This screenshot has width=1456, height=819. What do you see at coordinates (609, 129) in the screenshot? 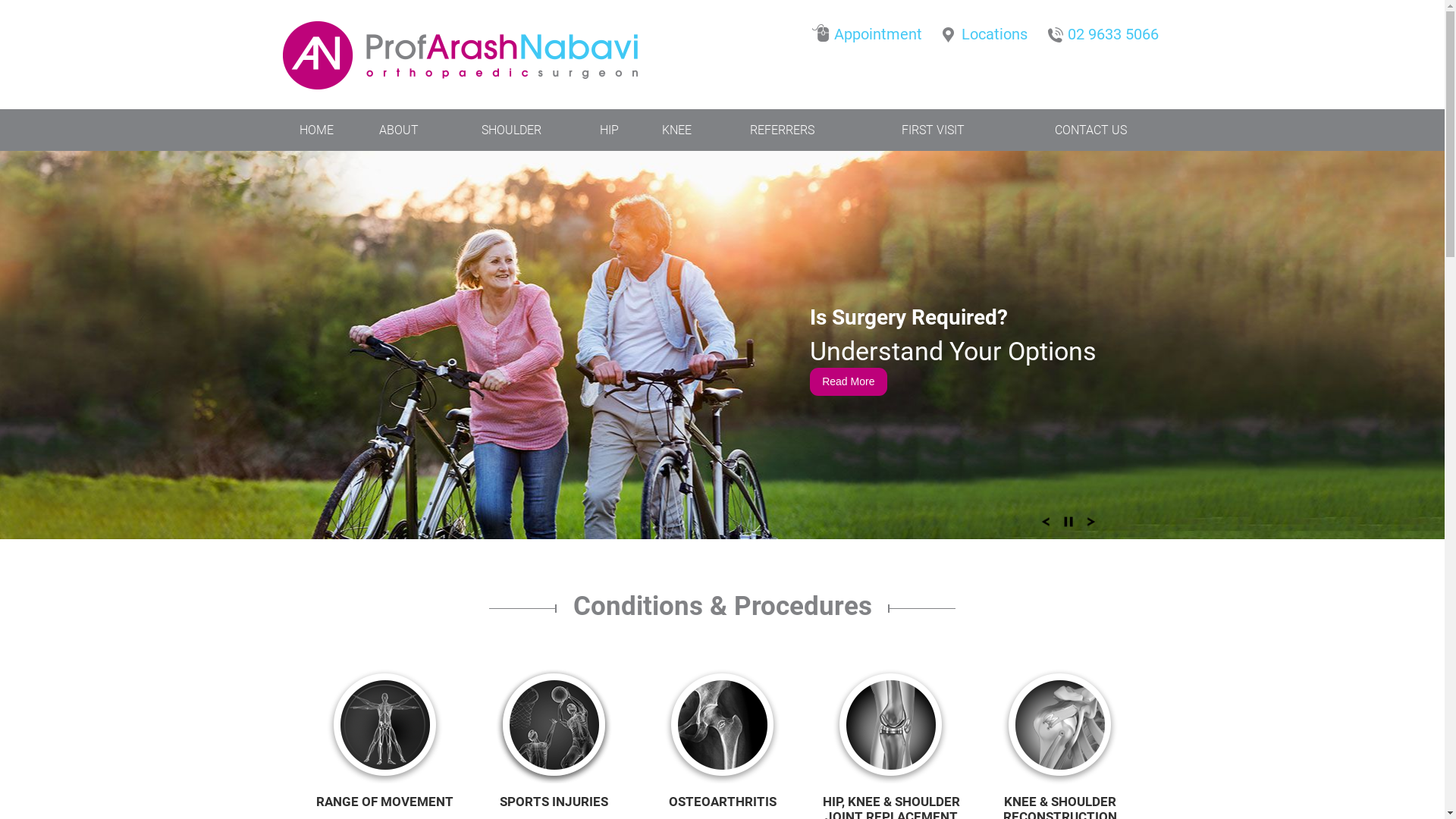
I see `'HIP'` at bounding box center [609, 129].